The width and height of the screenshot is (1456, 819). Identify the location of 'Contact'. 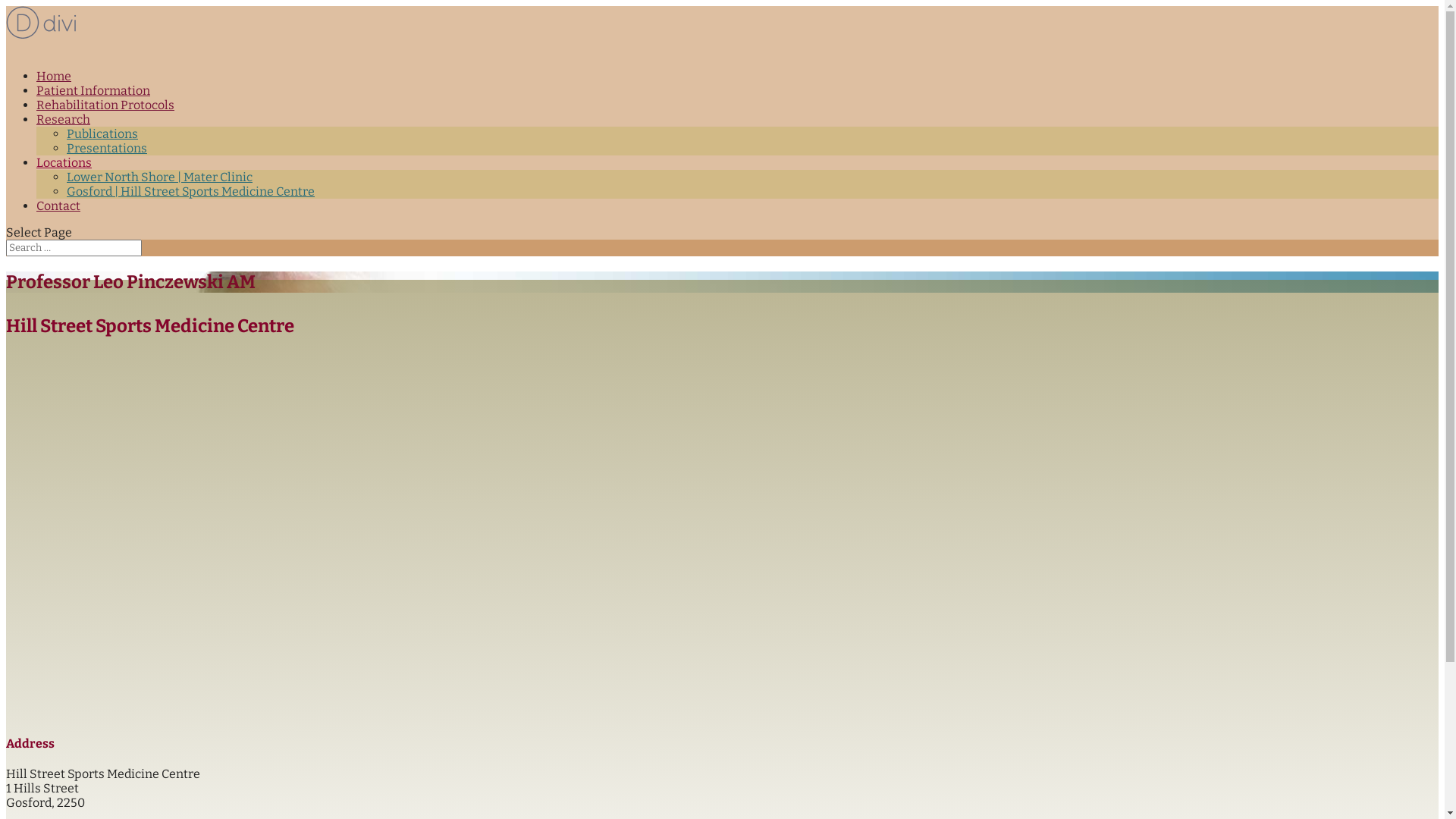
(36, 213).